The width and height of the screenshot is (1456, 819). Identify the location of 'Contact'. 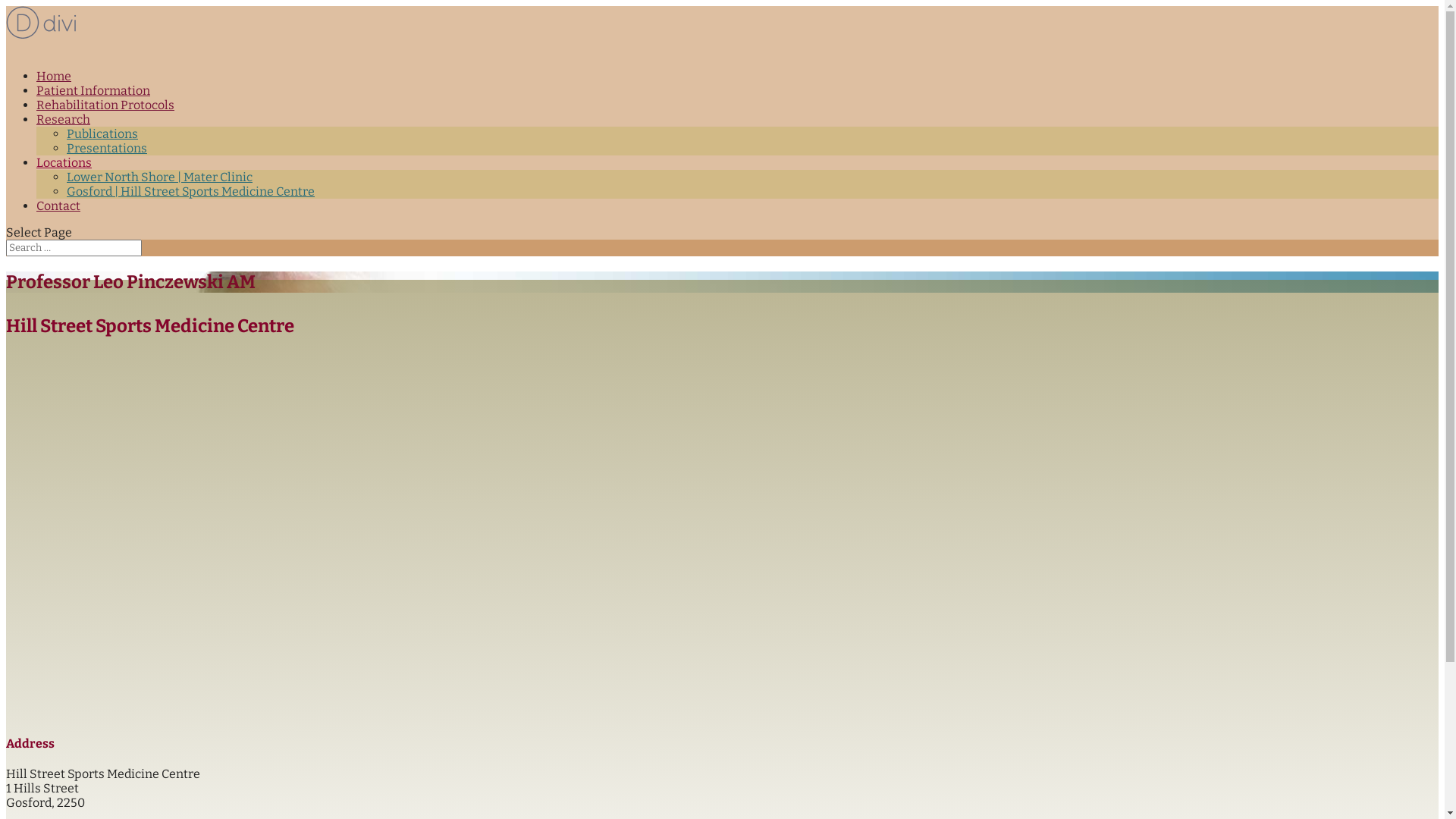
(36, 213).